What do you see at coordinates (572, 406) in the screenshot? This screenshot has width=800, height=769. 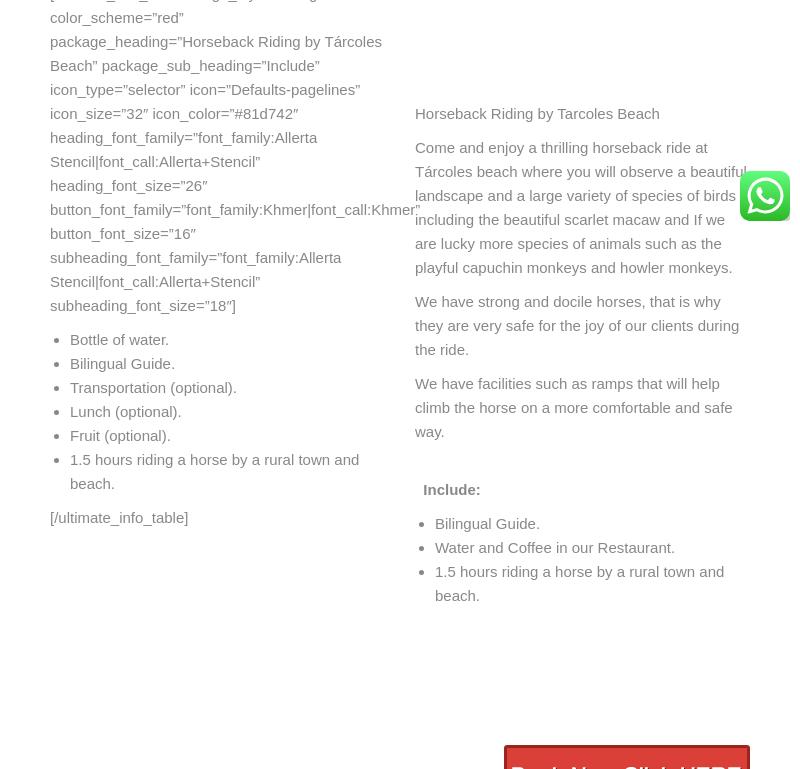 I see `'We have facilities such as ramps that will help climb the horse on a more comfortable and safe way.'` at bounding box center [572, 406].